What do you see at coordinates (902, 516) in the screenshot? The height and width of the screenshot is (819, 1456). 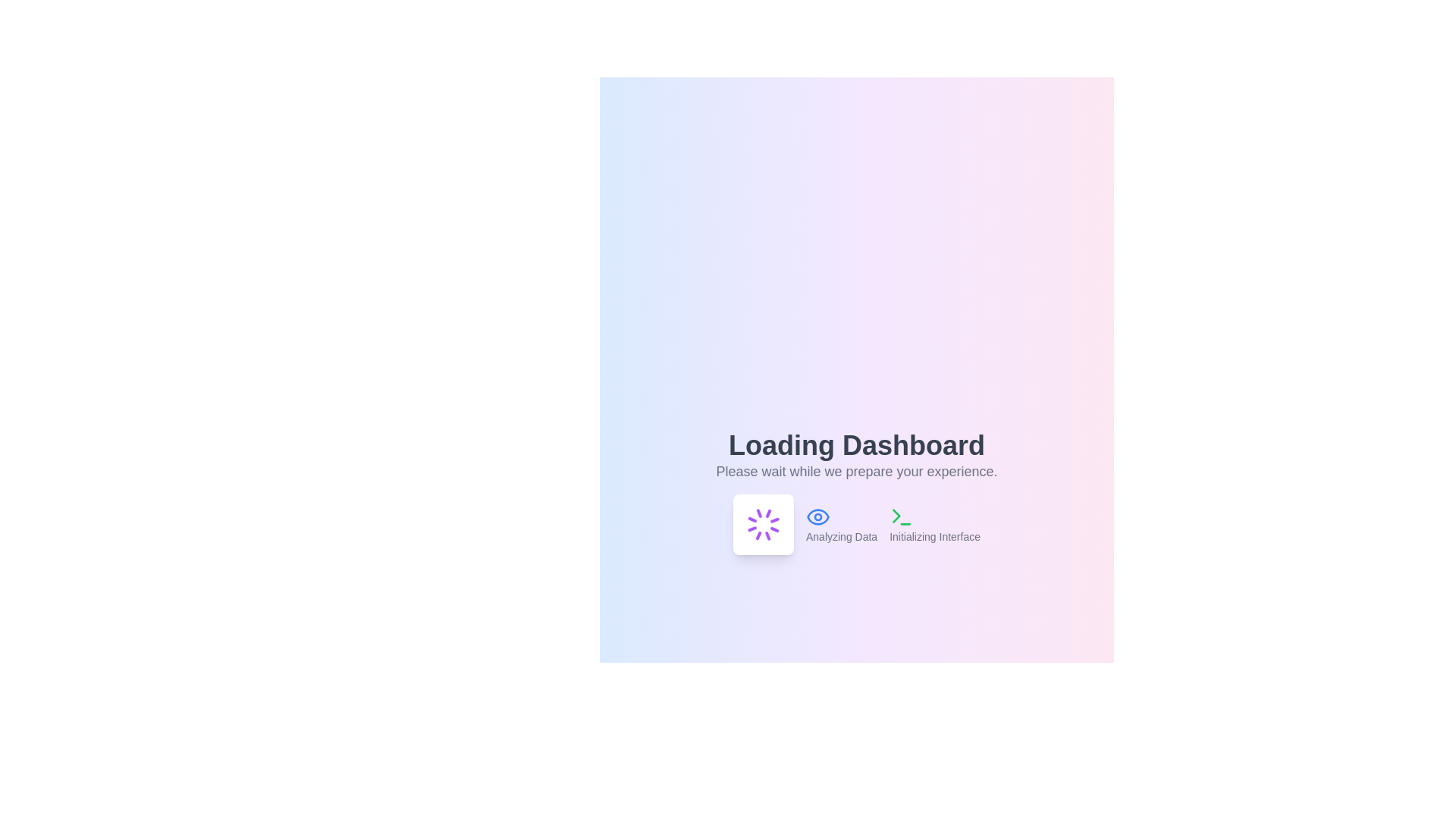 I see `the 'Initializing Interface' icon located at the rightmost end of the 'Loading Dashboard' section` at bounding box center [902, 516].